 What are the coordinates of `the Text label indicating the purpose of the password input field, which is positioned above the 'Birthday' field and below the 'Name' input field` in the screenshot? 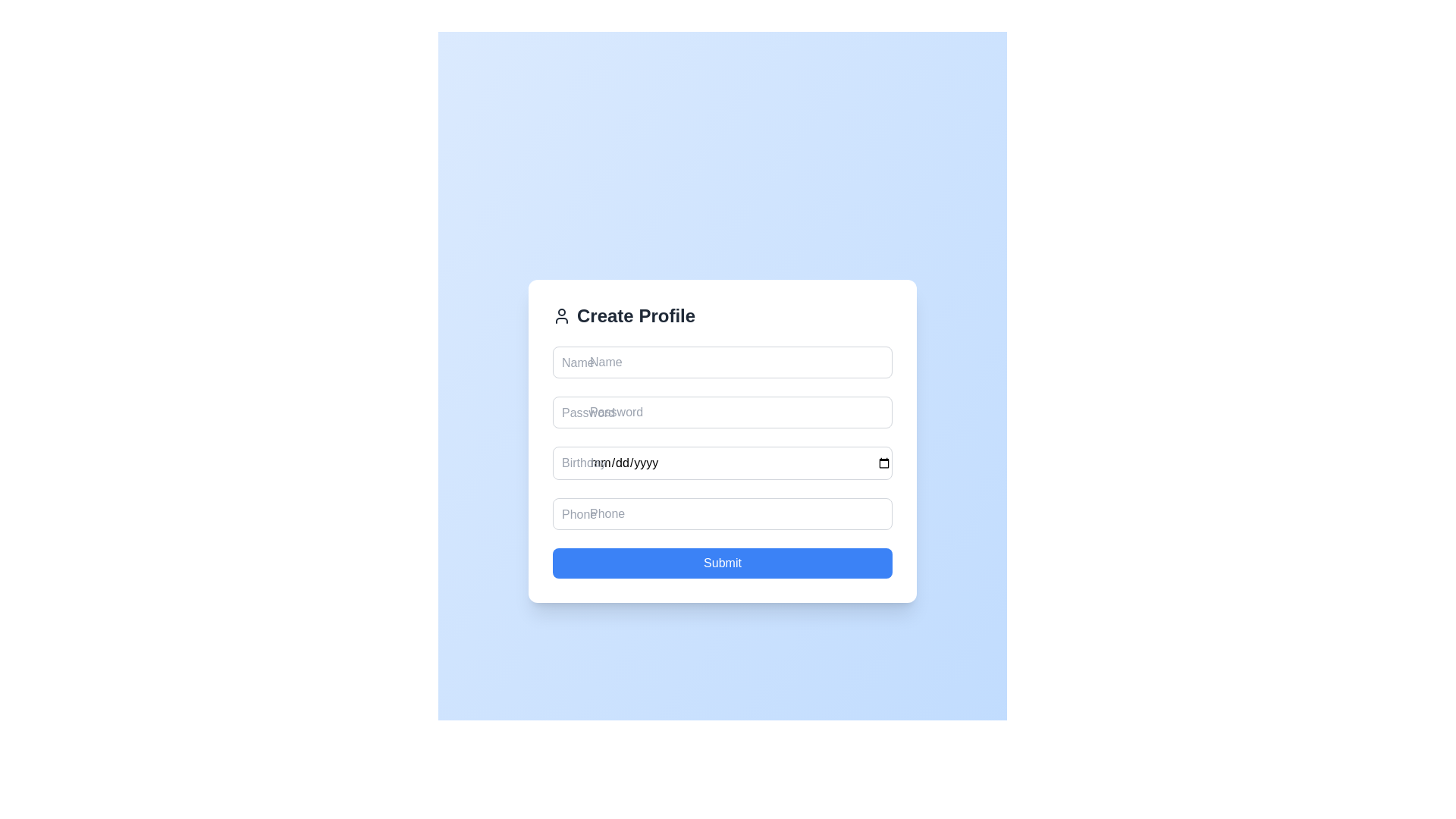 It's located at (588, 413).